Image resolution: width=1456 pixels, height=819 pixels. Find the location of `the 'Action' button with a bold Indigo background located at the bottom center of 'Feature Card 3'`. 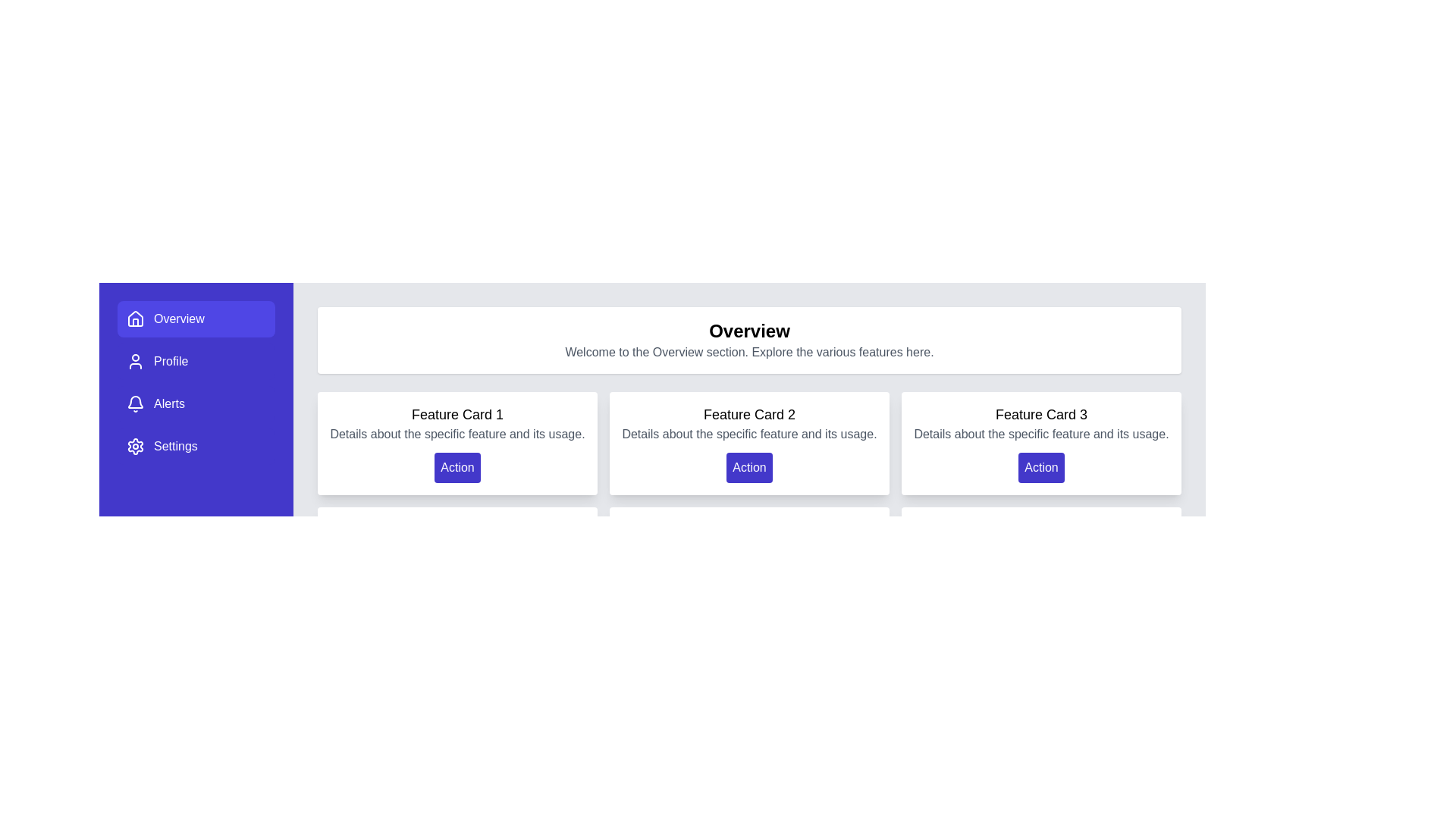

the 'Action' button with a bold Indigo background located at the bottom center of 'Feature Card 3' is located at coordinates (1040, 467).